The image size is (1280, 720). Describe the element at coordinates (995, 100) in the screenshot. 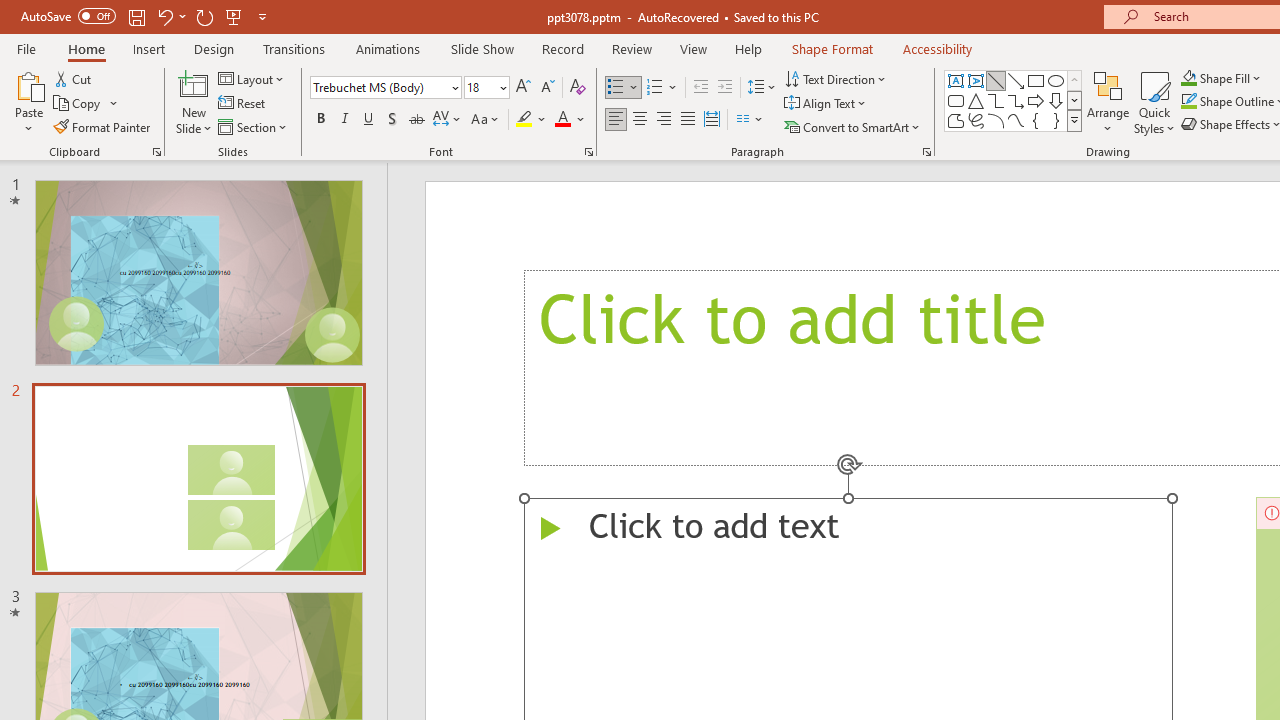

I see `'Connector: Elbow'` at that location.